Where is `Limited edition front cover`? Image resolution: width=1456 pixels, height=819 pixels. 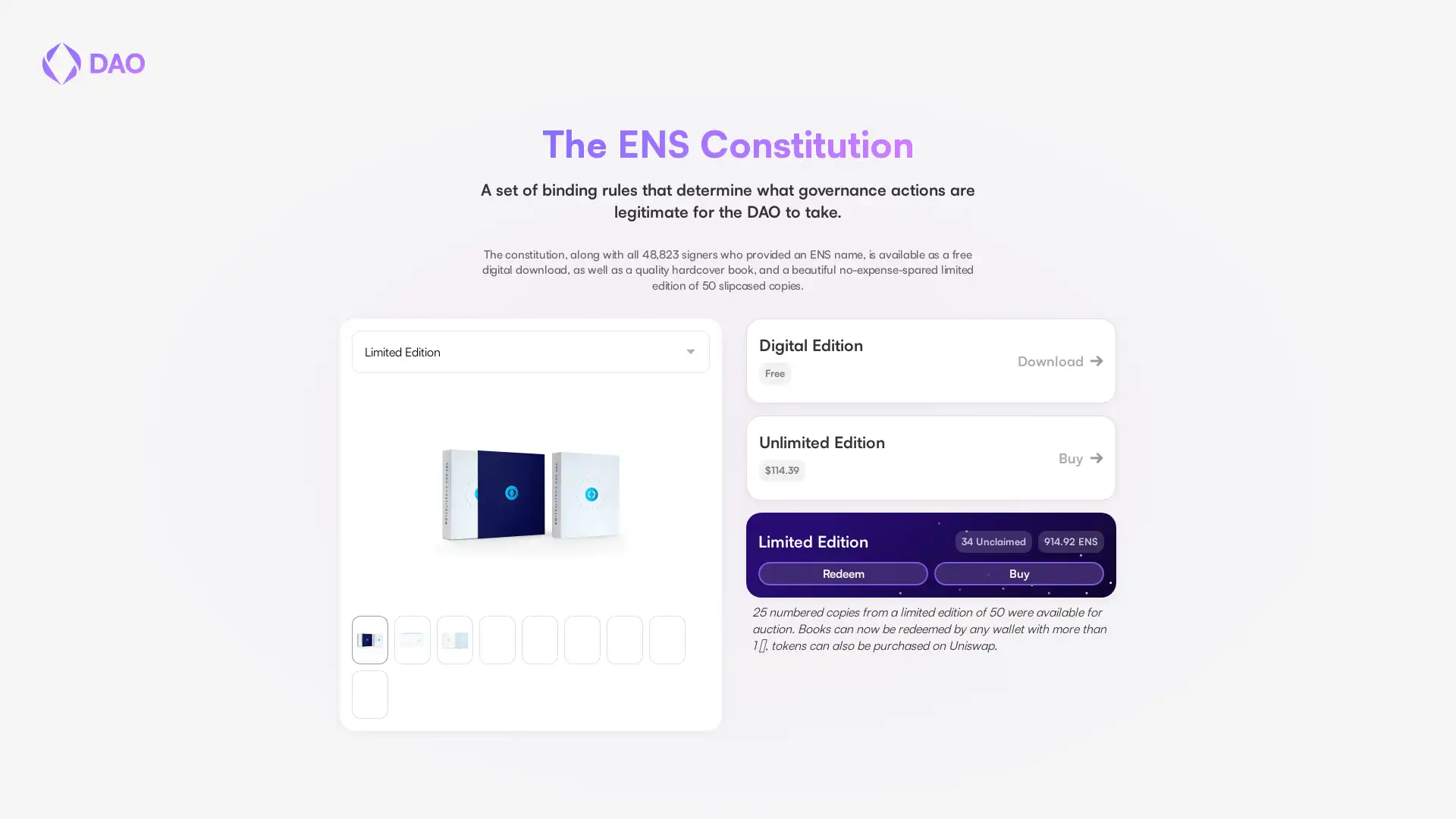
Limited edition front cover is located at coordinates (412, 639).